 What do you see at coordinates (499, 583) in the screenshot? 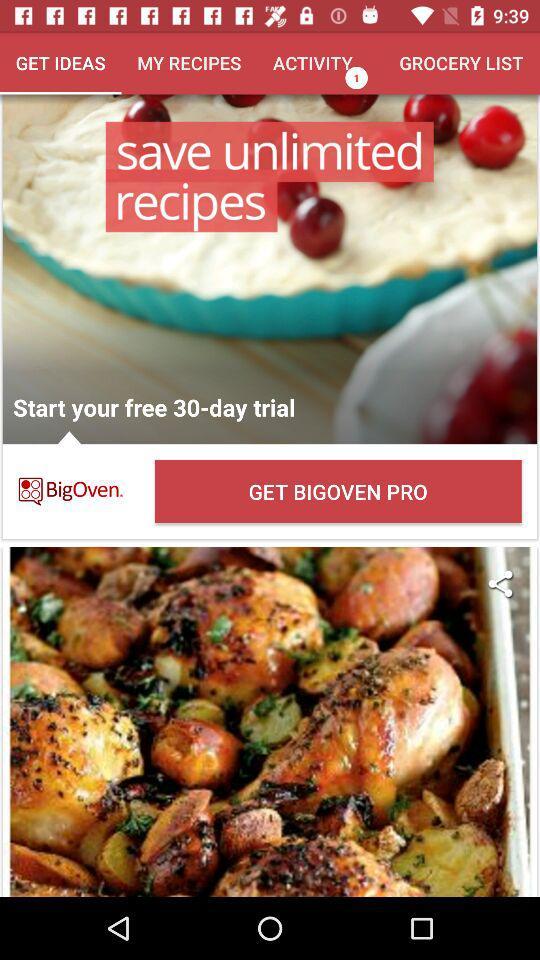
I see `the item on the right` at bounding box center [499, 583].